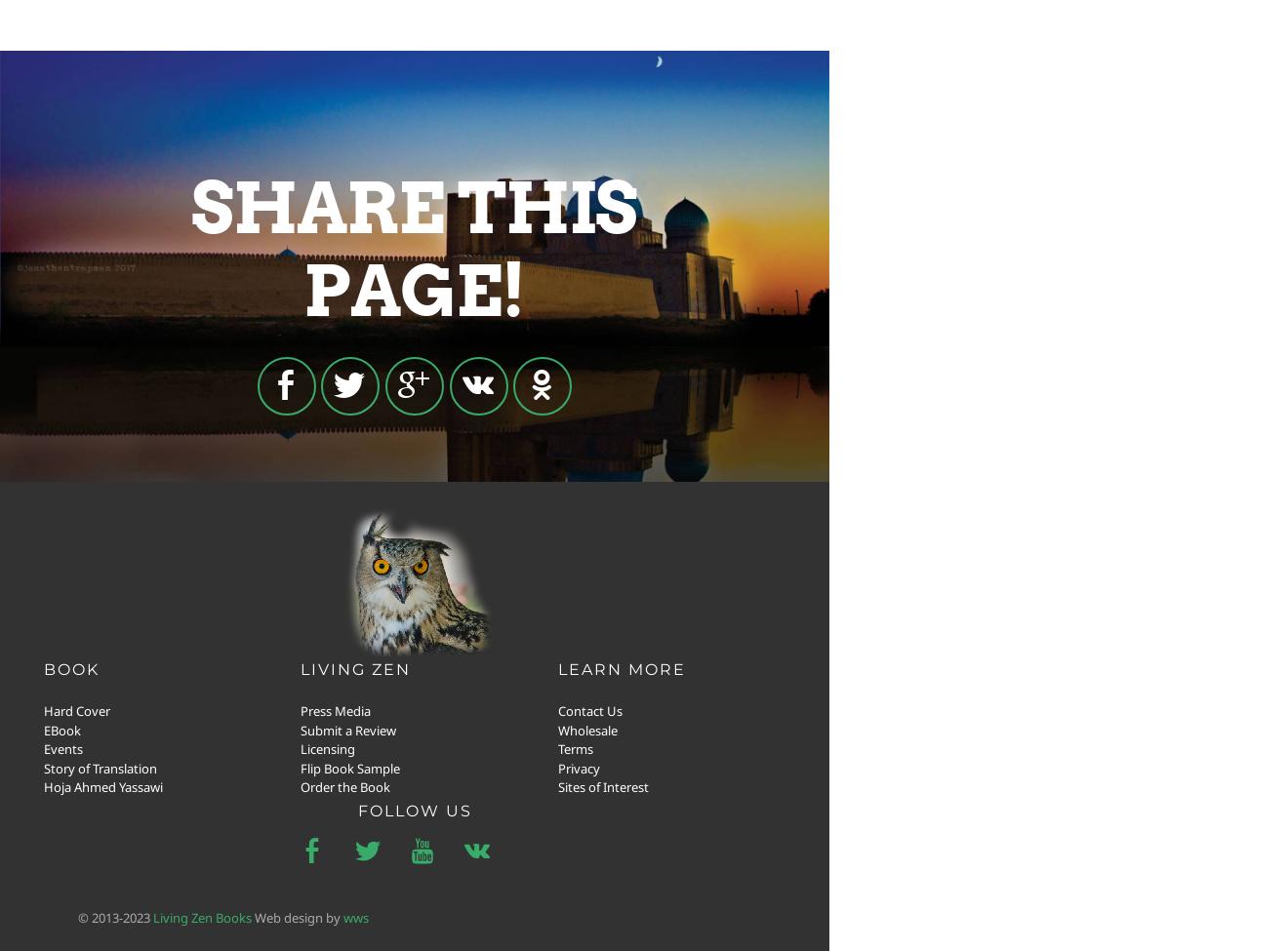 The width and height of the screenshot is (1288, 951). Describe the element at coordinates (70, 667) in the screenshot. I see `'Book'` at that location.